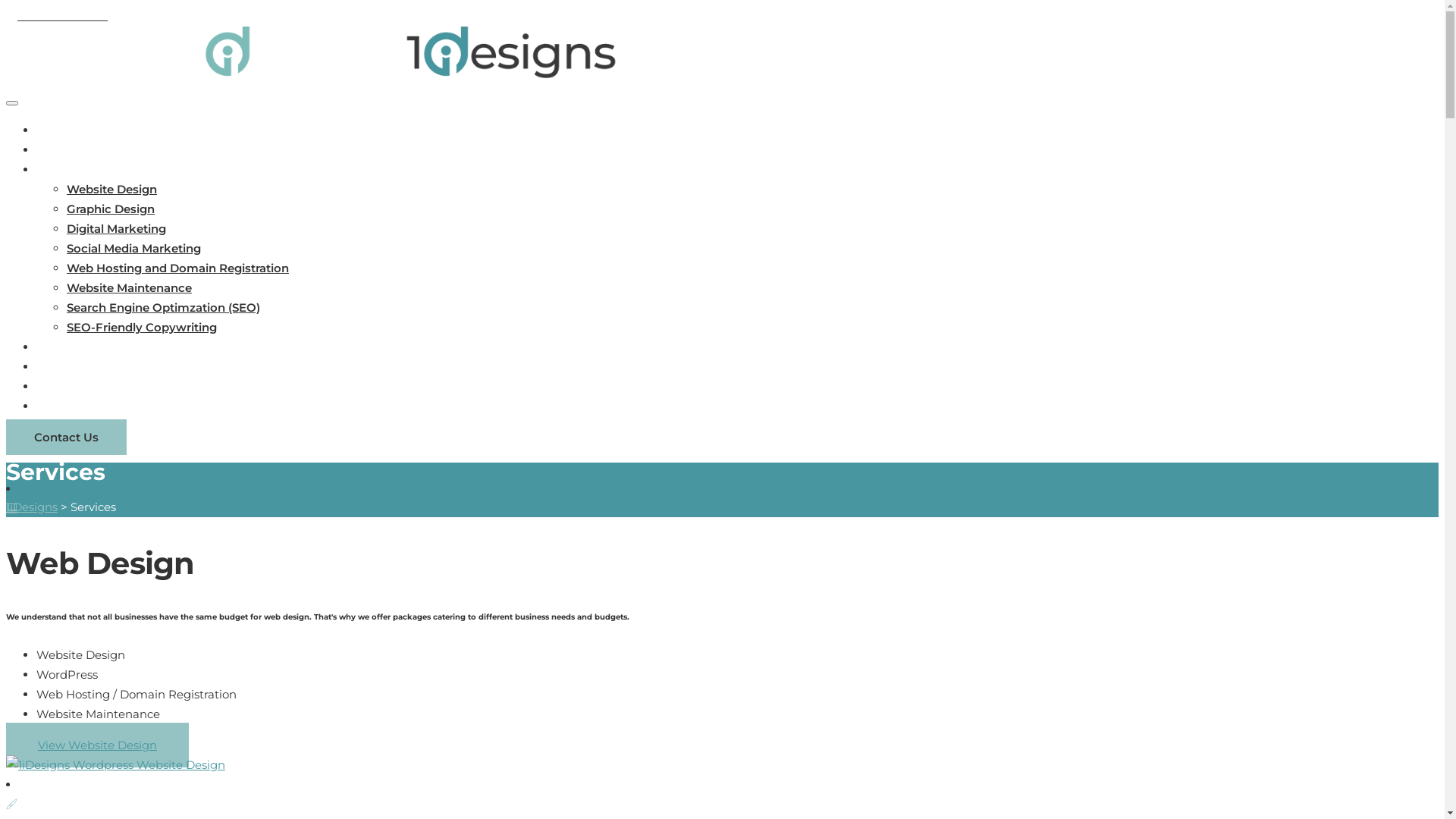  Describe the element at coordinates (32, 507) in the screenshot. I see `'1iDesigns'` at that location.